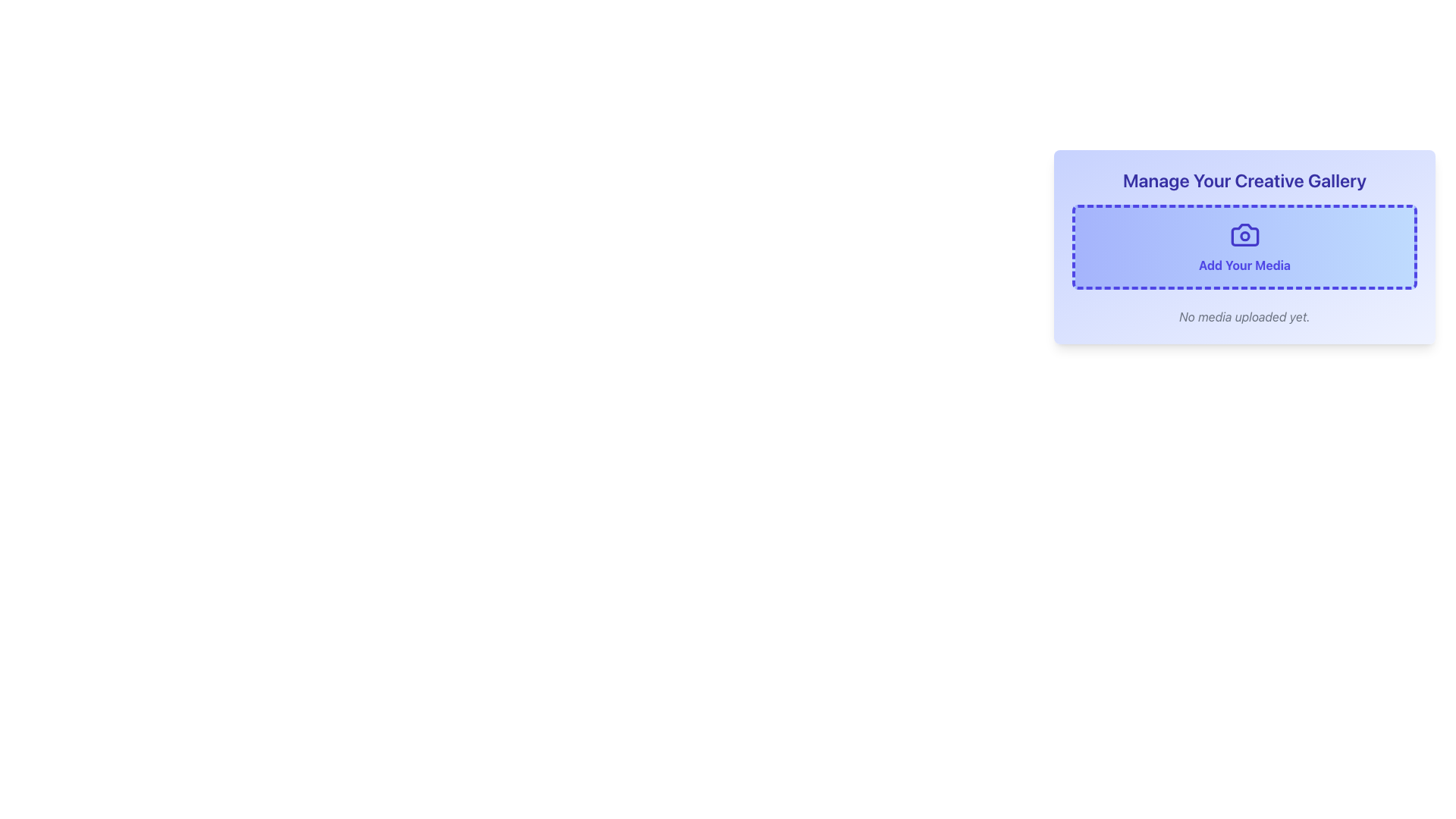 This screenshot has width=1456, height=819. I want to click on the camera icon, which is styled with indigo hues and represents camera functionality, located in the 'Add Your Media' section of the interface, so click(1244, 234).